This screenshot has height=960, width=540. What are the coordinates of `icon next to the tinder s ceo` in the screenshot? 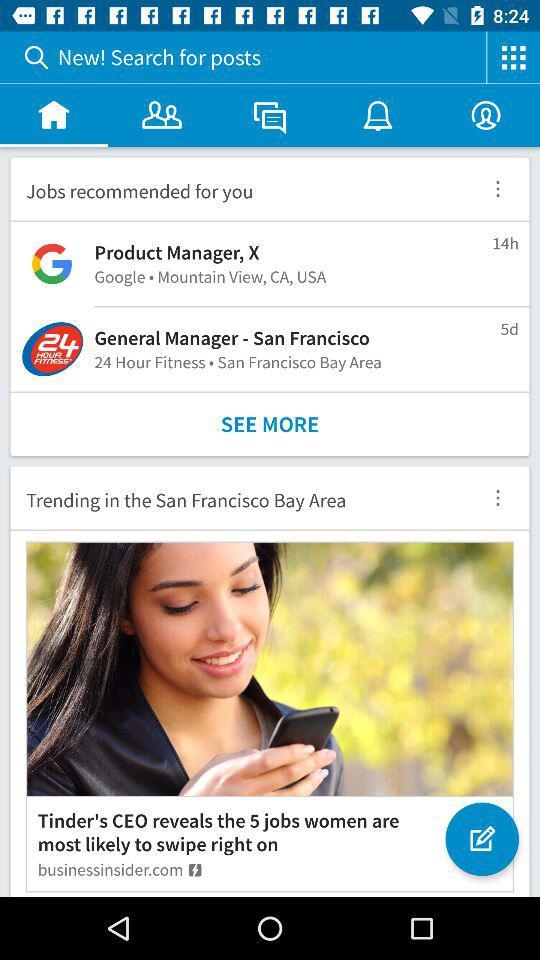 It's located at (480, 828).